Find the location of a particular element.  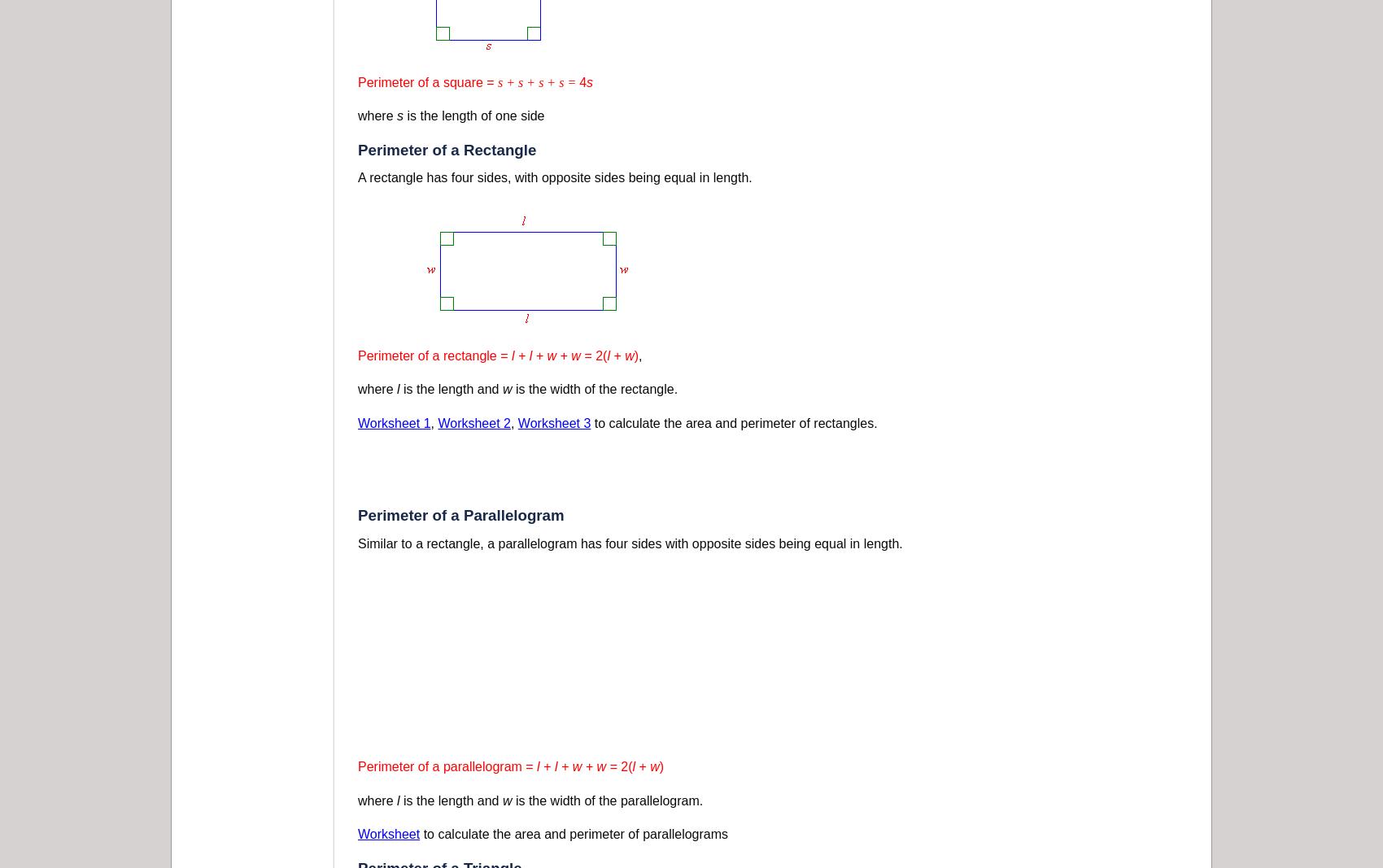

'4' is located at coordinates (578, 81).